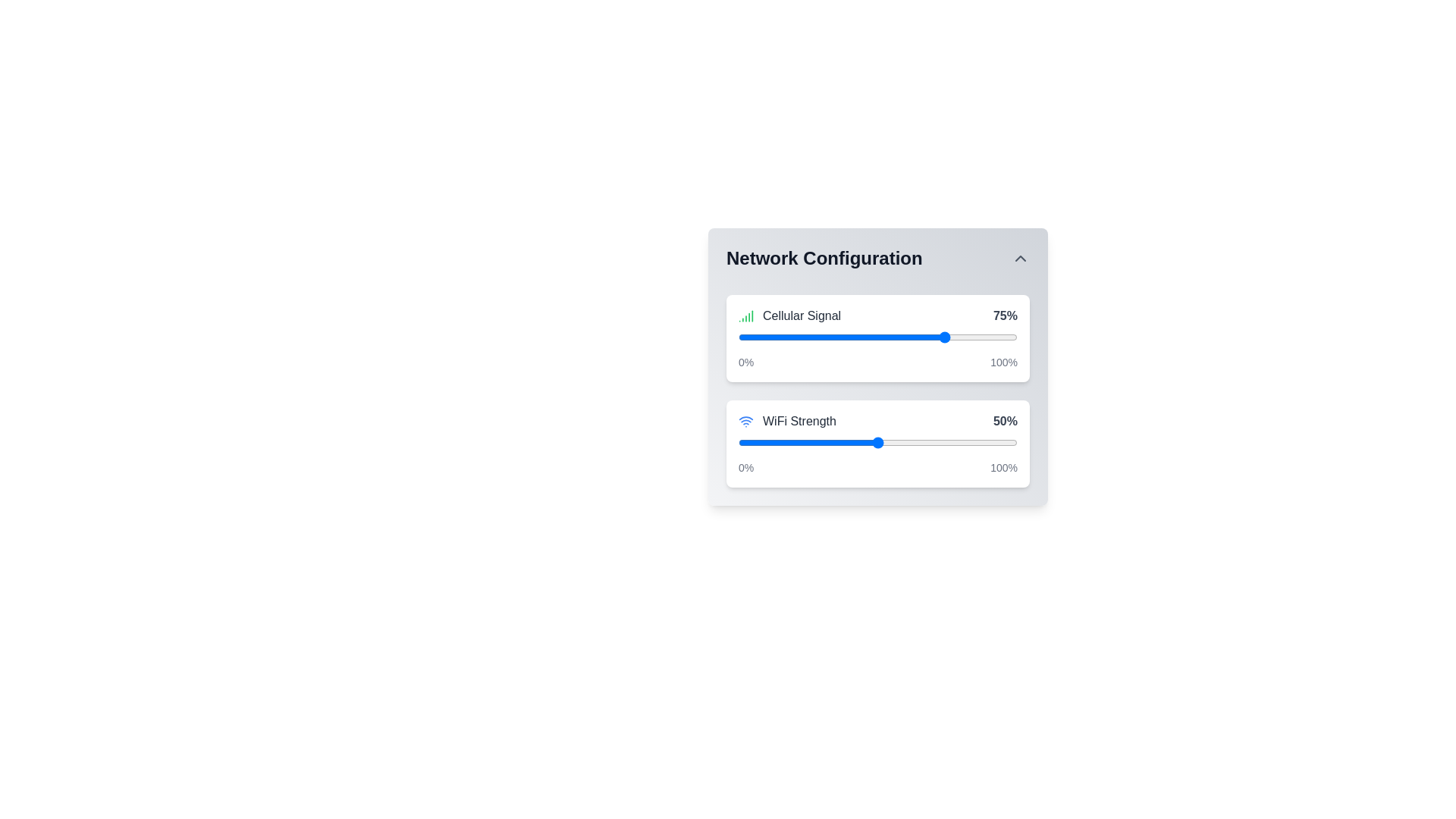 This screenshot has width=1456, height=819. I want to click on the Cellular Signal strength, so click(824, 336).